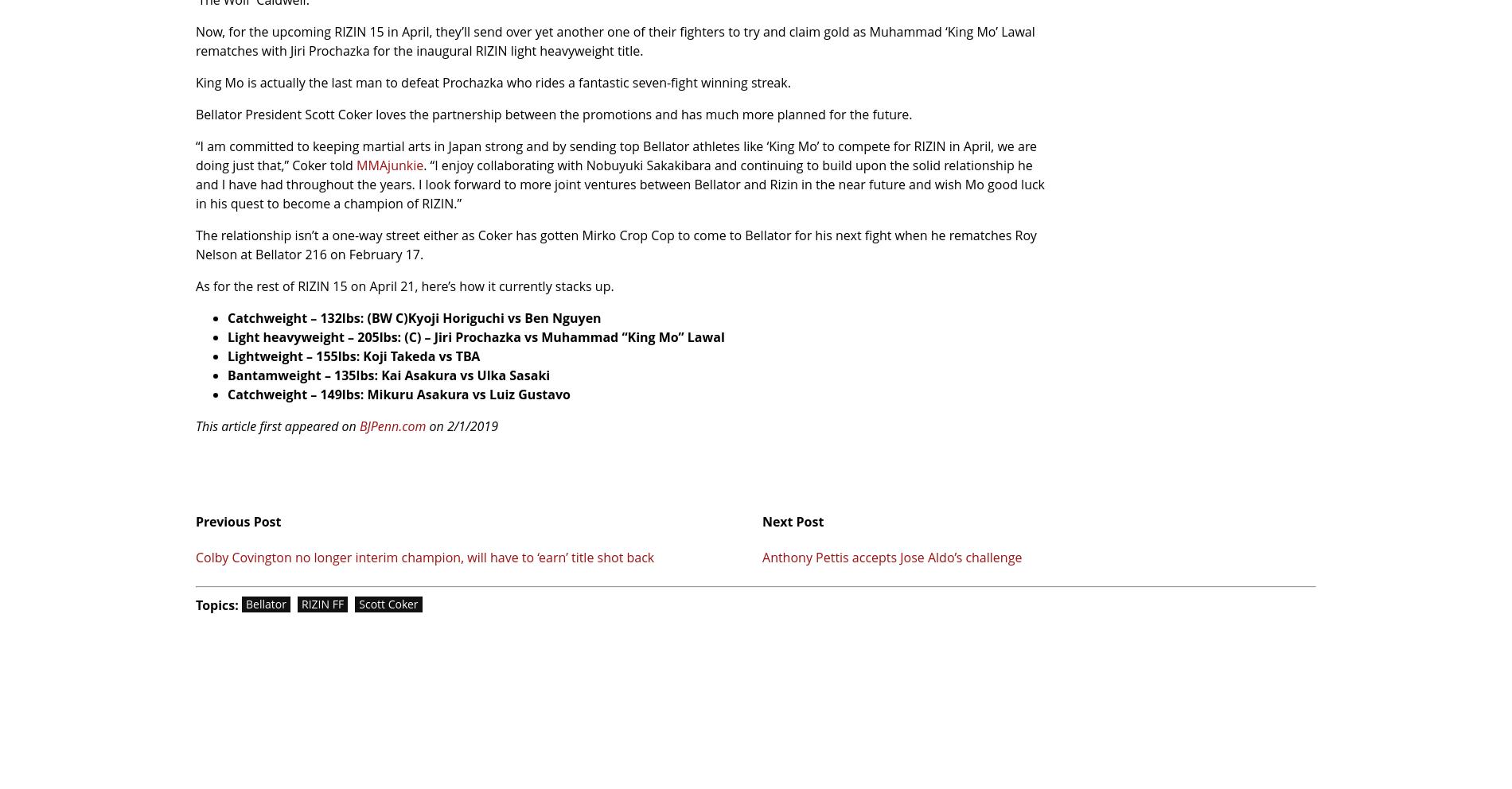 The height and width of the screenshot is (789, 1512). Describe the element at coordinates (619, 184) in the screenshot. I see `'. “I enjoy collaborating with Nobuyuki Sakakibara and continuing to build upon the solid relationship he and I have had throughout the years. I look forward to more joint ventures between Bellator and Rizin in the near future and wish Mo good luck in his quest to become a champion of RIZIN.”'` at that location.